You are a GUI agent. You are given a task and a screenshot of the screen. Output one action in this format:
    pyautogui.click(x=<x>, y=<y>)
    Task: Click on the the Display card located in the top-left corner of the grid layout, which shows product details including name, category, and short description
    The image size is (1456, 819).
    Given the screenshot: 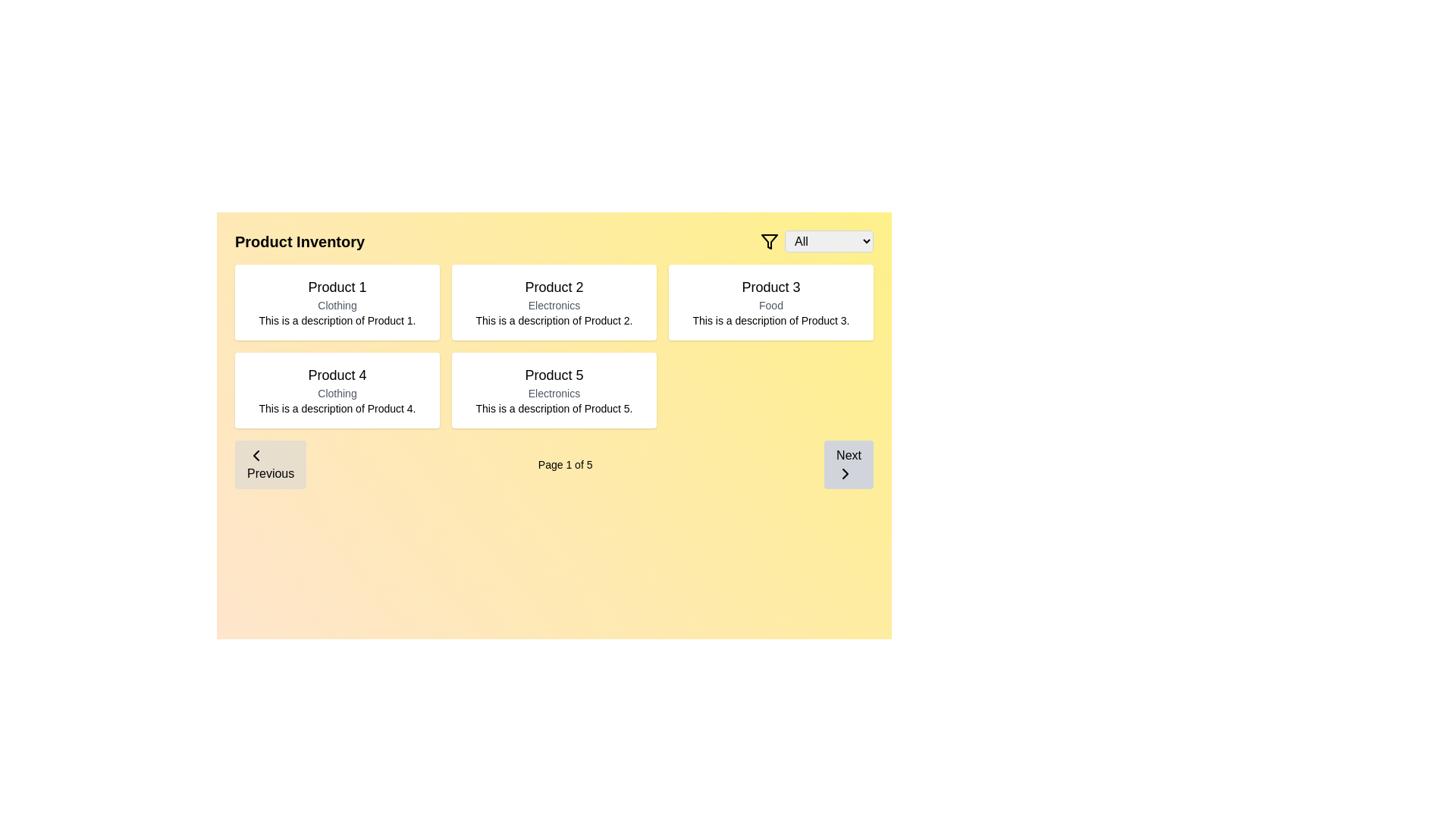 What is the action you would take?
    pyautogui.click(x=337, y=302)
    